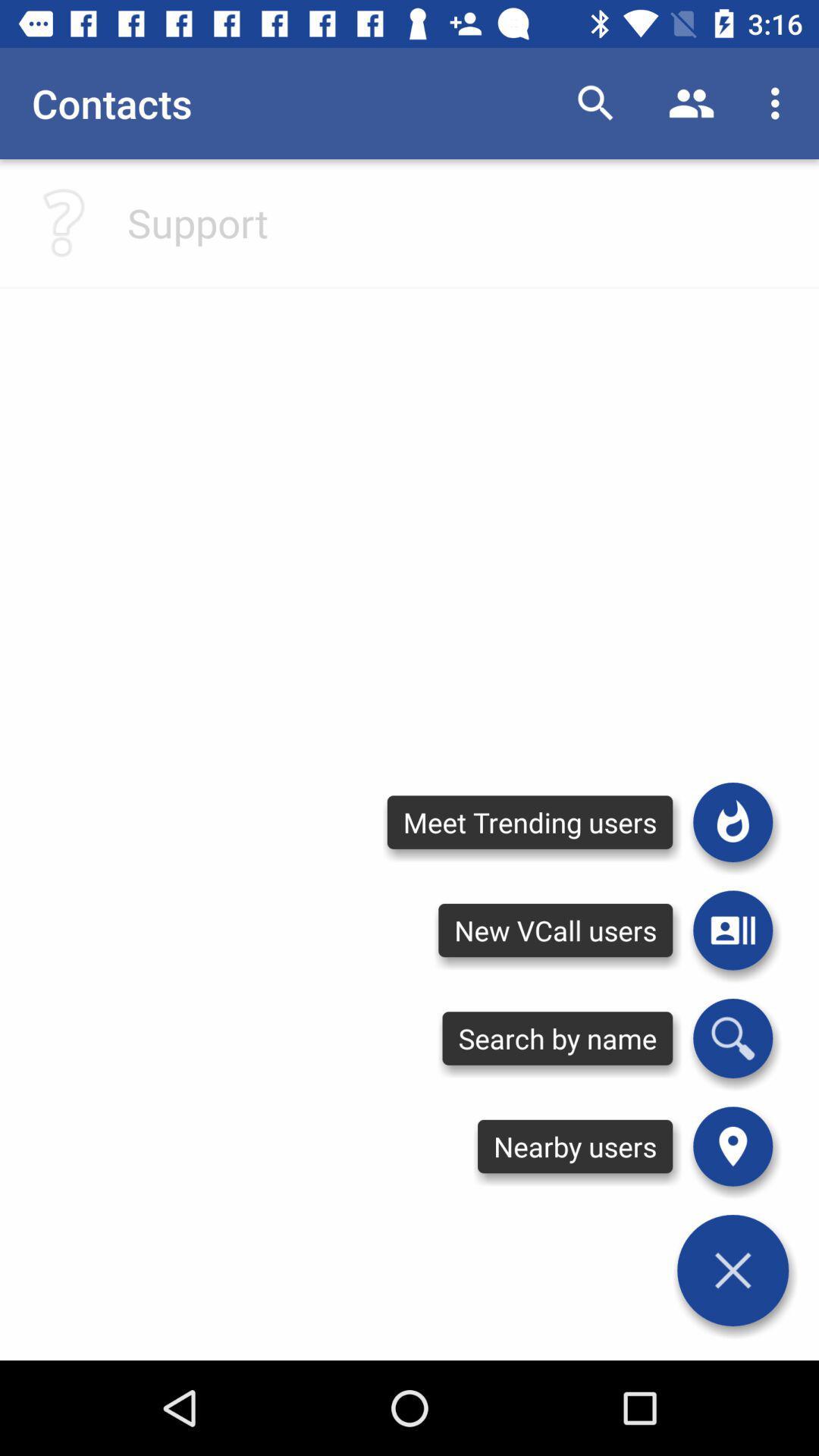 The width and height of the screenshot is (819, 1456). I want to click on new vcall users, so click(732, 930).